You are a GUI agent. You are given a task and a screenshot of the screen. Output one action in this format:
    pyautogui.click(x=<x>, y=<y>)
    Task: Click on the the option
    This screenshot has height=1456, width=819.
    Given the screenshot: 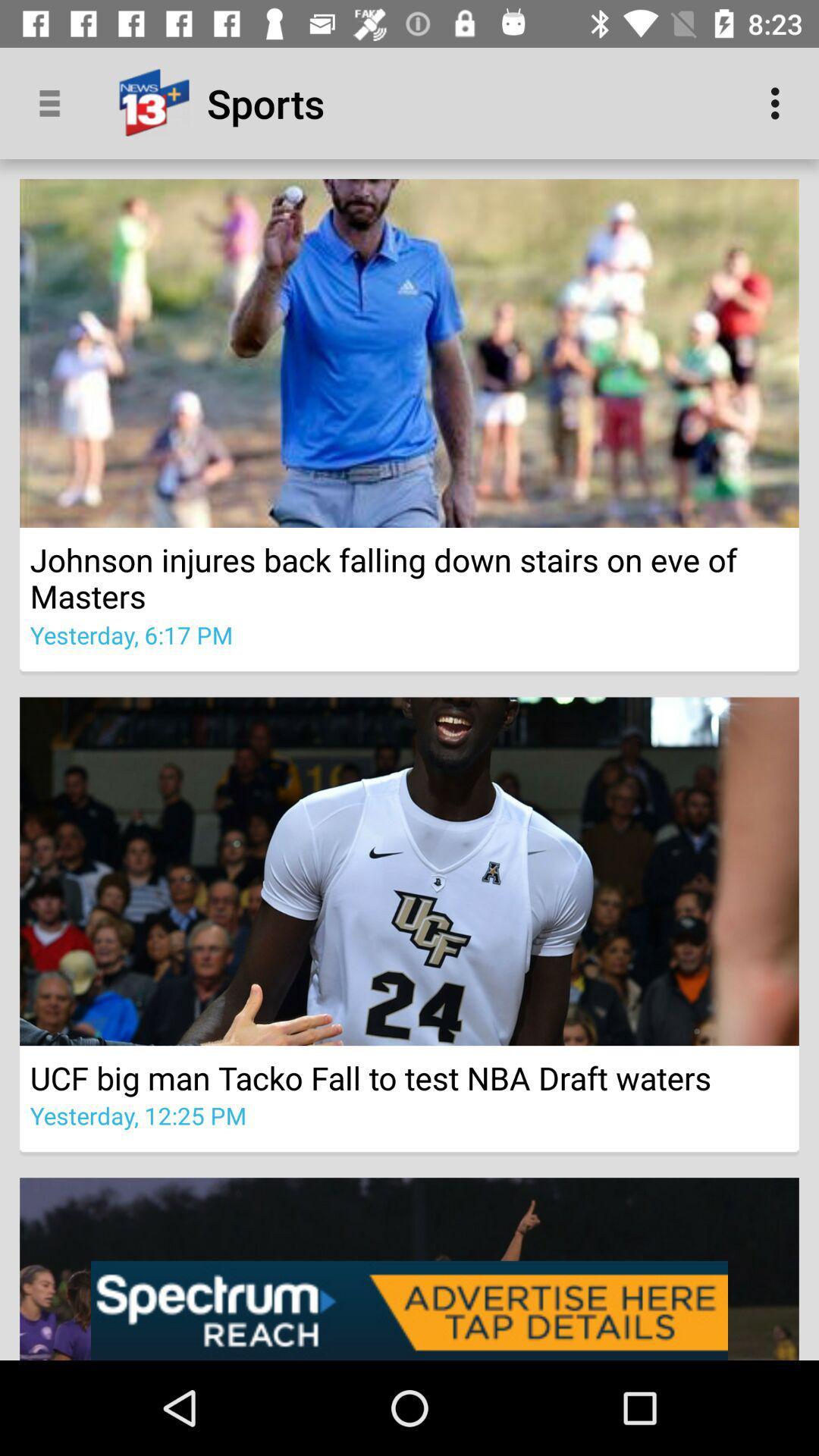 What is the action you would take?
    pyautogui.click(x=409, y=1310)
    